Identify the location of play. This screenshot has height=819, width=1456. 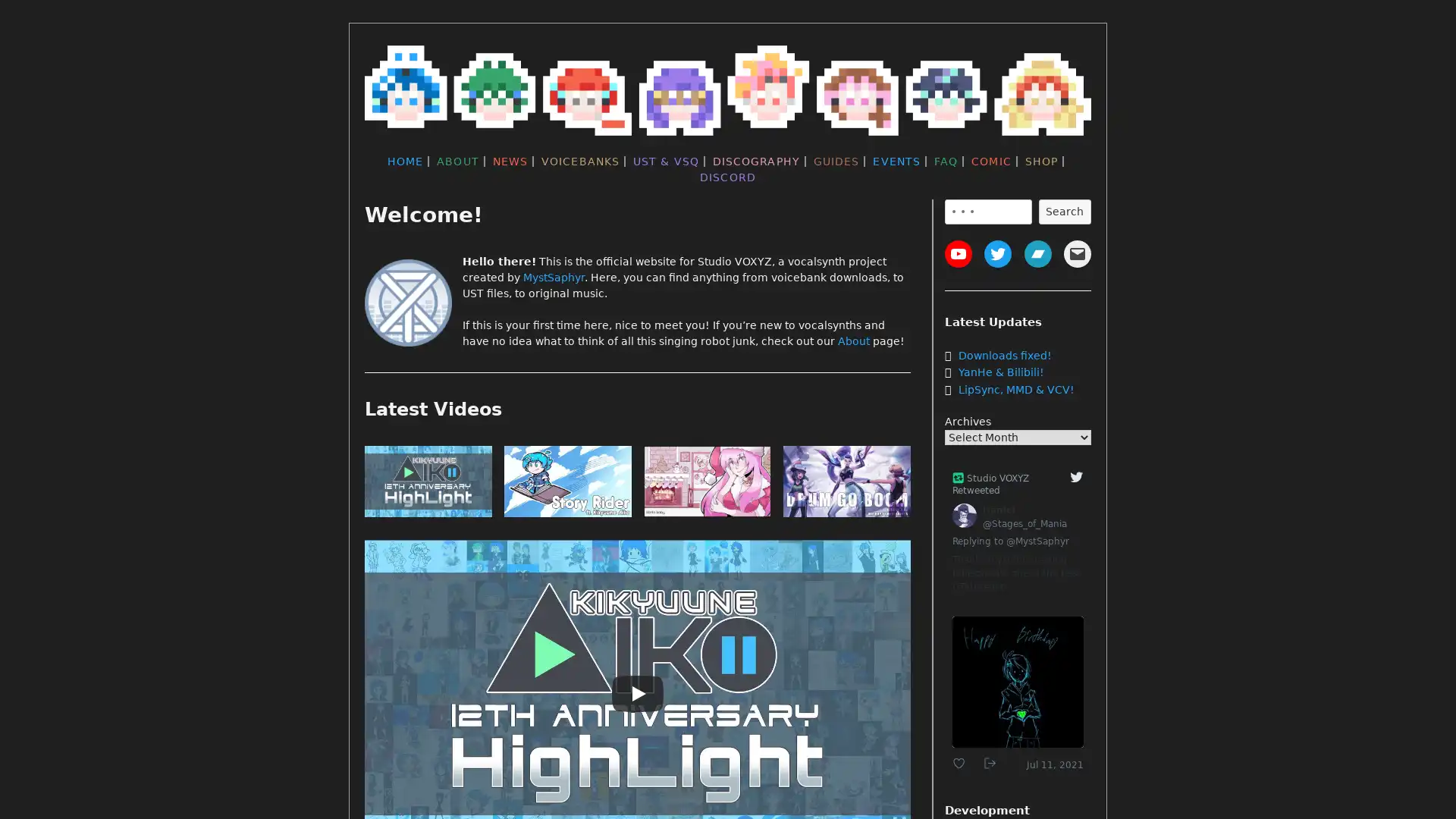
(566, 485).